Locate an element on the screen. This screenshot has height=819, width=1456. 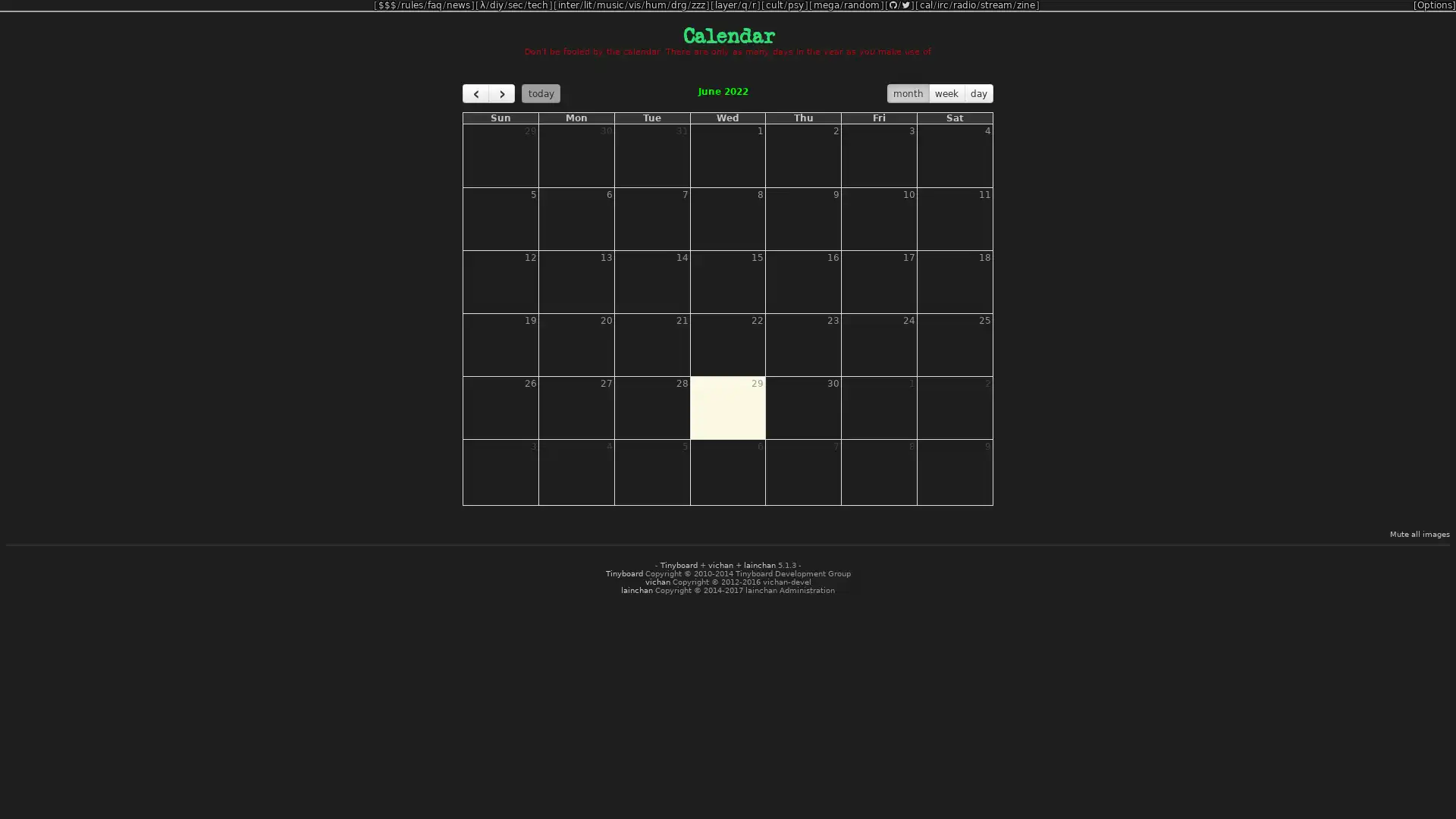
today is located at coordinates (541, 93).